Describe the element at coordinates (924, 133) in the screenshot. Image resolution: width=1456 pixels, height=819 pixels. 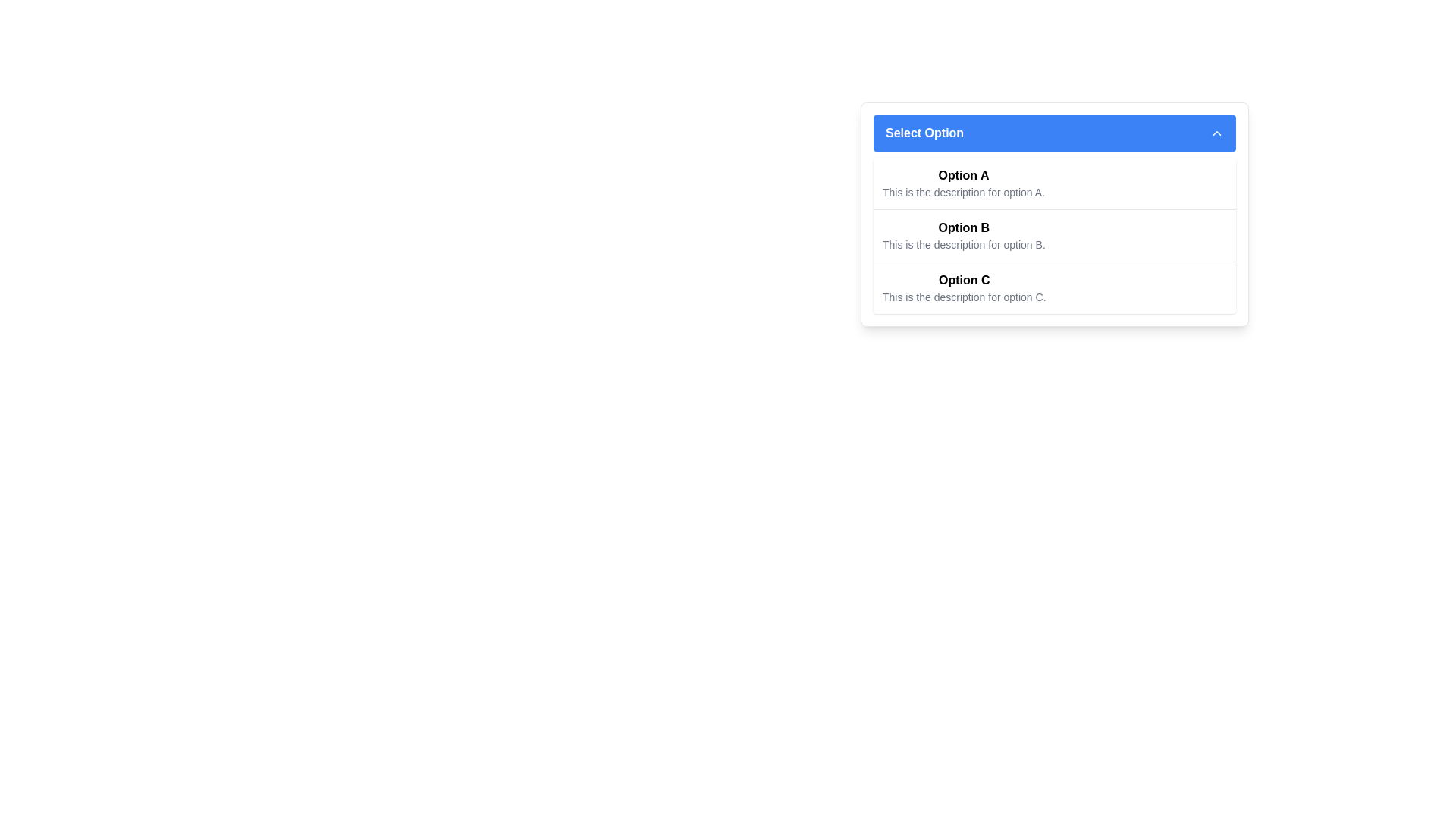
I see `the 'Select Option' text label styled bold with a blue rectangular background and white text color, located near the top-left section of the dropdown menu component` at that location.